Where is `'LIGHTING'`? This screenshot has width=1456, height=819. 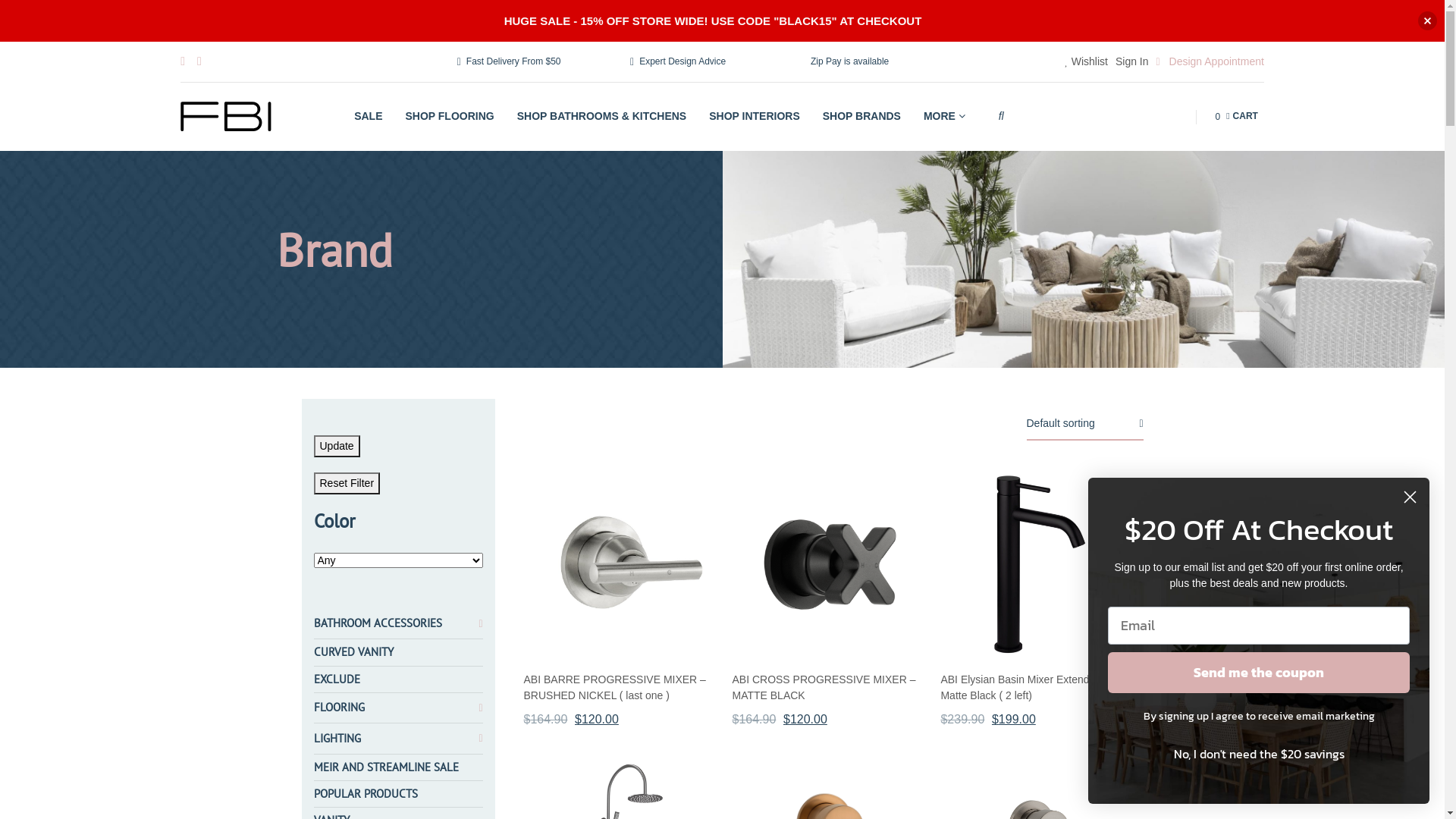 'LIGHTING' is located at coordinates (337, 738).